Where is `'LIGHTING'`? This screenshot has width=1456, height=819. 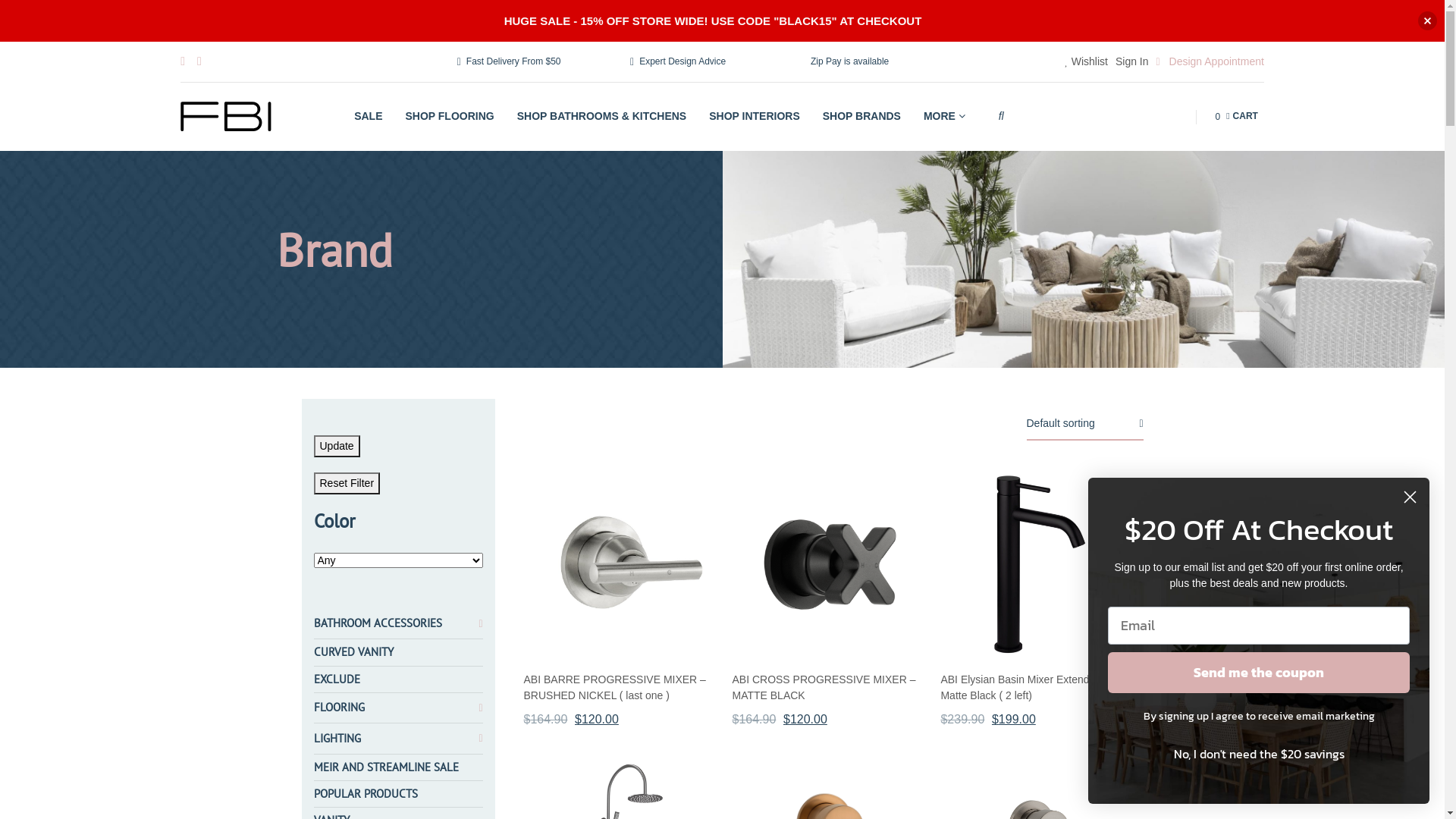 'LIGHTING' is located at coordinates (337, 738).